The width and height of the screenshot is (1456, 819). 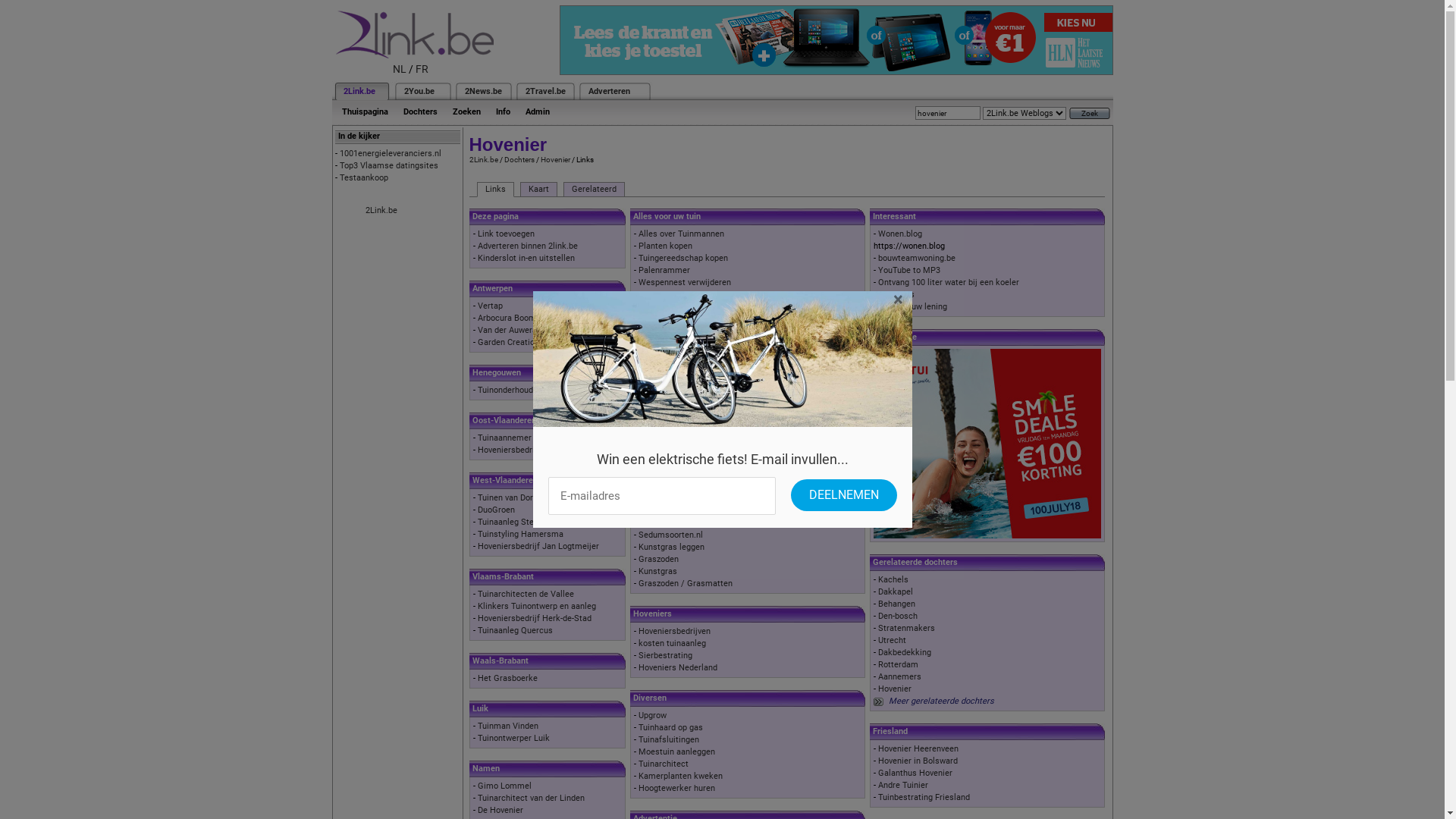 I want to click on 'Wespennest verwijderen', so click(x=683, y=282).